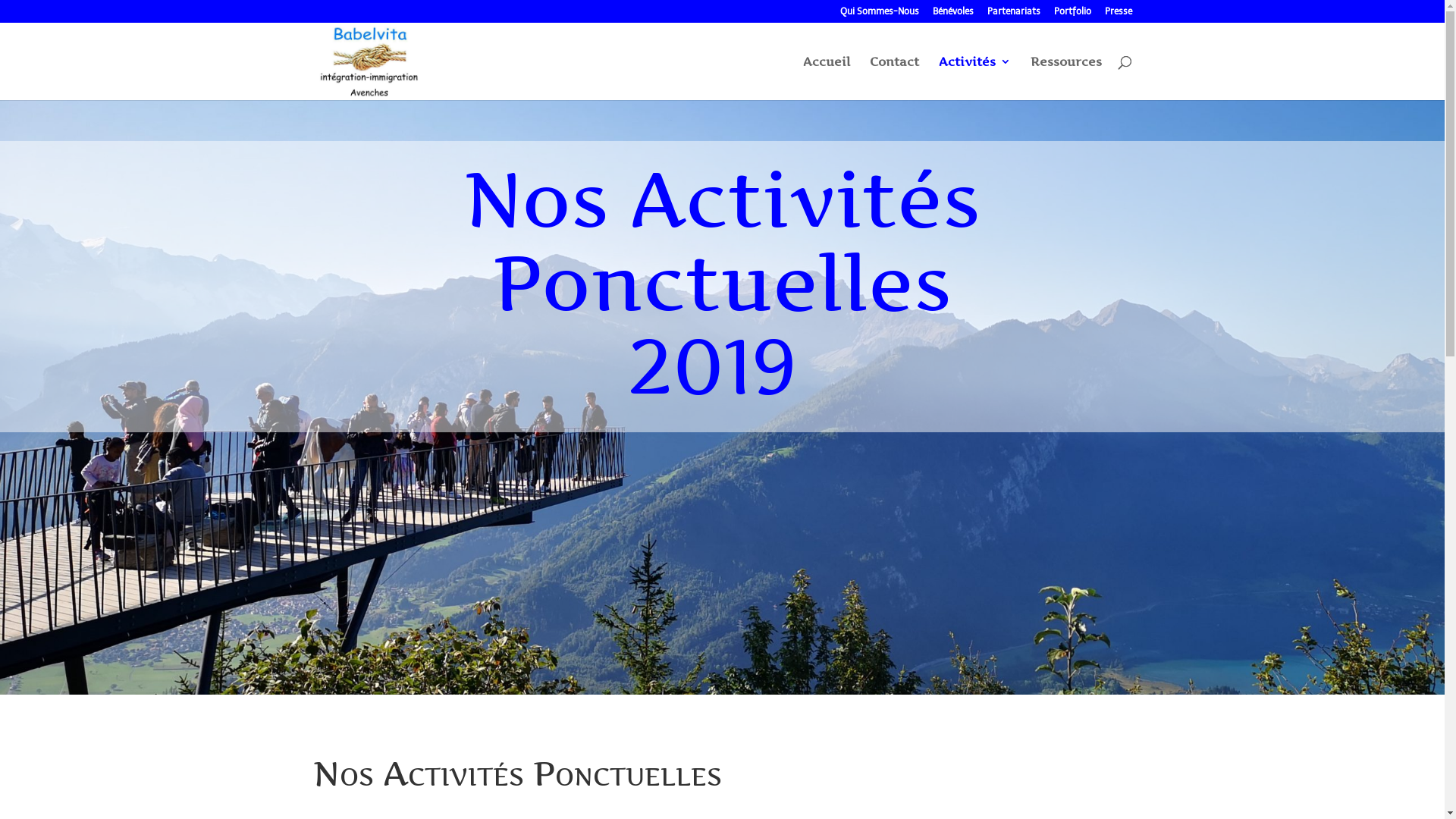 The height and width of the screenshot is (819, 1456). Describe the element at coordinates (880, 14) in the screenshot. I see `'Qui Sommes-Nous'` at that location.